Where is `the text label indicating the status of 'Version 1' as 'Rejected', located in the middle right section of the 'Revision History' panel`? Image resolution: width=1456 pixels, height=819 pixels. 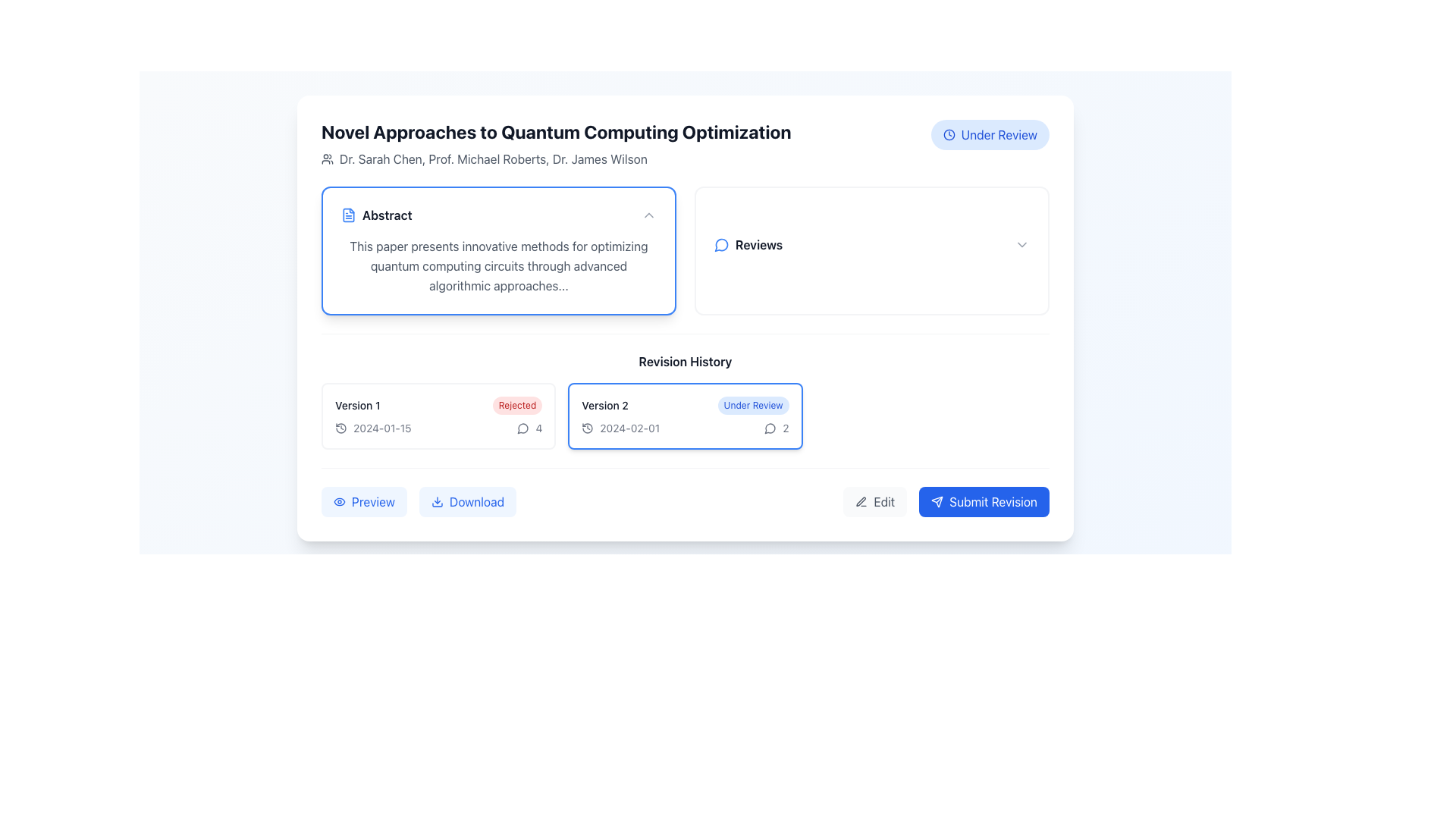 the text label indicating the status of 'Version 1' as 'Rejected', located in the middle right section of the 'Revision History' panel is located at coordinates (517, 405).